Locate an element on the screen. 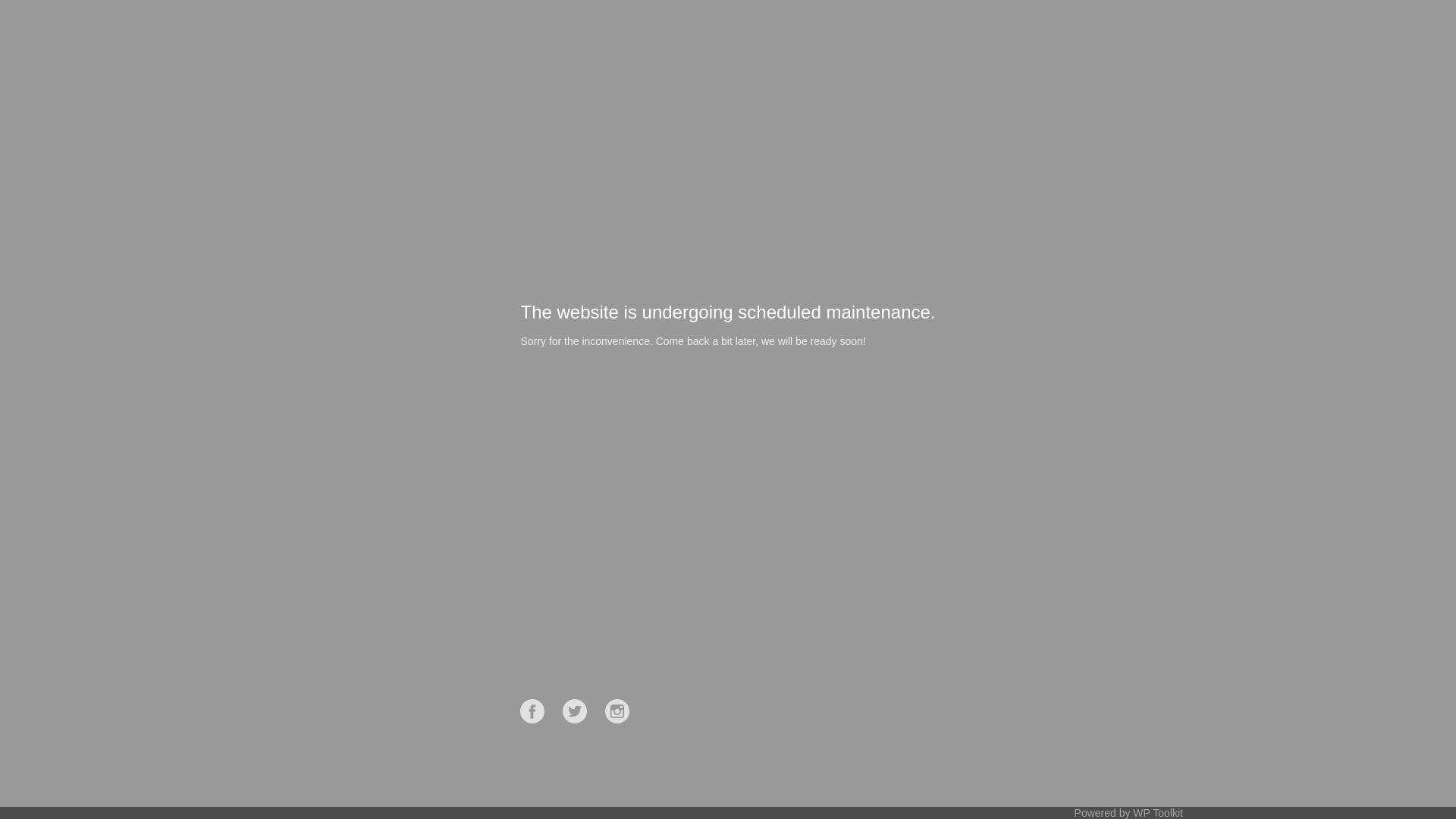 This screenshot has height=819, width=1456. 'Facebook' is located at coordinates (532, 711).